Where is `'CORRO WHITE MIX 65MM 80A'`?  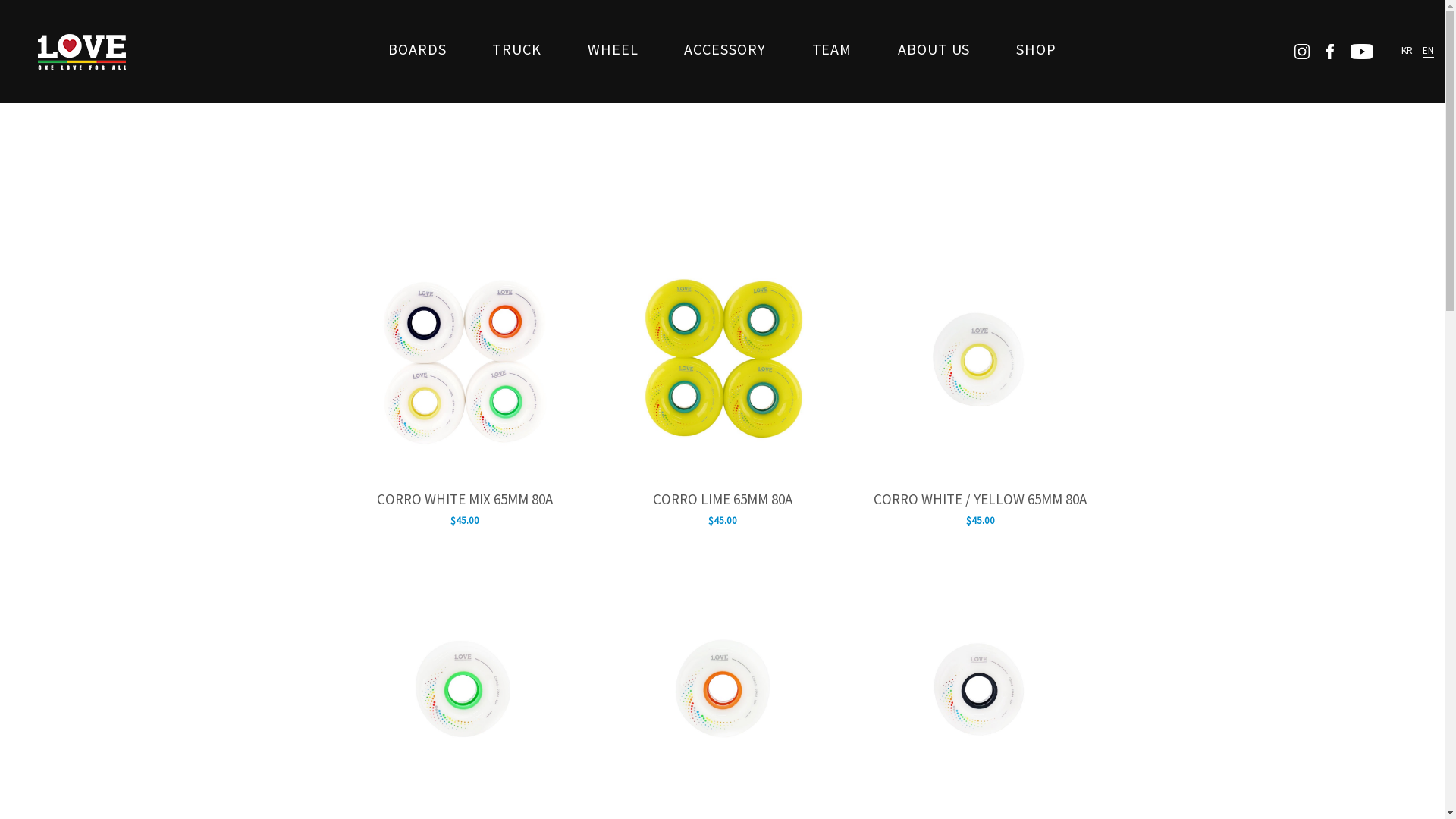
'CORRO WHITE MIX 65MM 80A' is located at coordinates (463, 500).